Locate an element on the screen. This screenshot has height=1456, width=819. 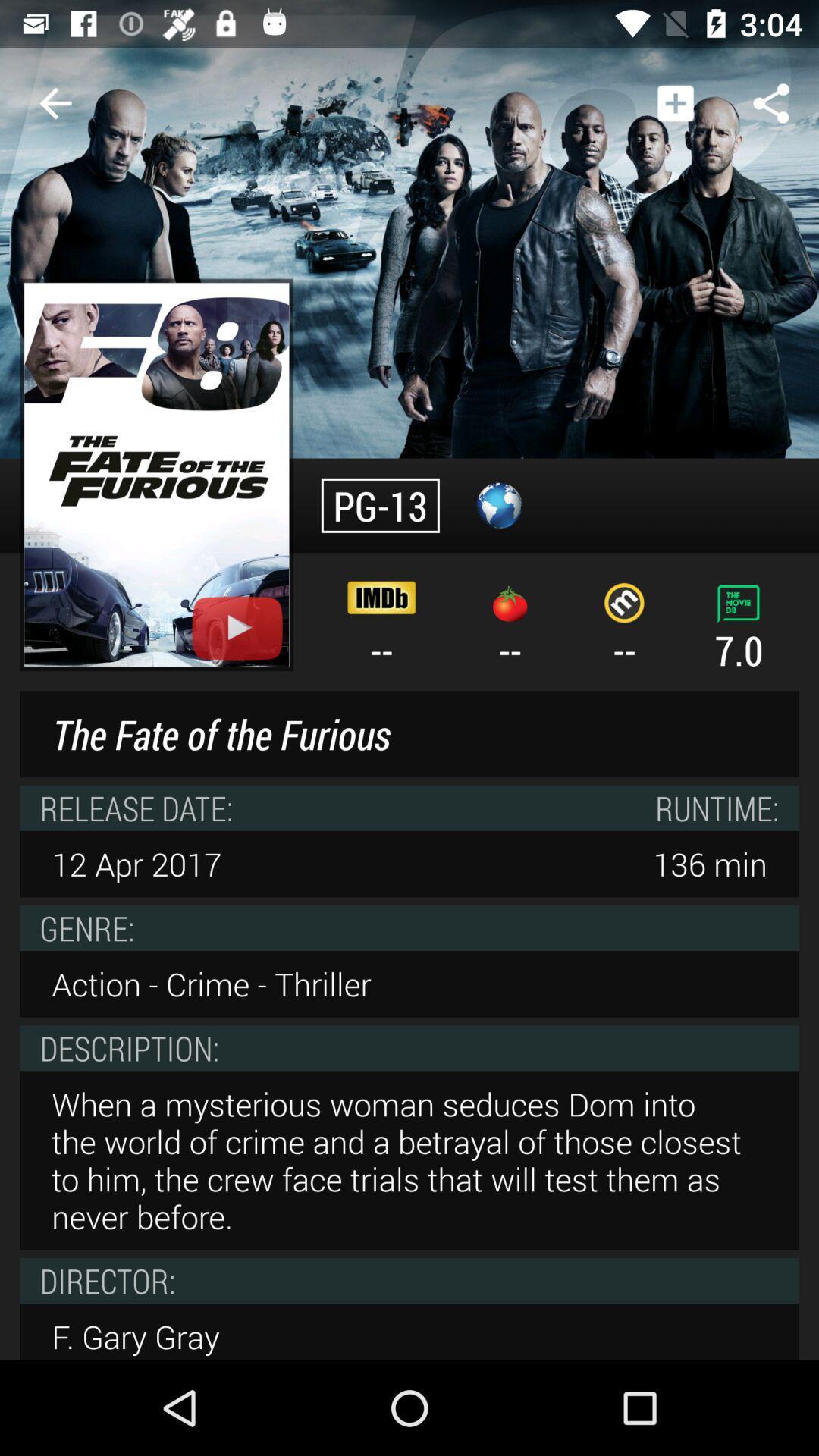
the movie on youtube.com is located at coordinates (156, 474).